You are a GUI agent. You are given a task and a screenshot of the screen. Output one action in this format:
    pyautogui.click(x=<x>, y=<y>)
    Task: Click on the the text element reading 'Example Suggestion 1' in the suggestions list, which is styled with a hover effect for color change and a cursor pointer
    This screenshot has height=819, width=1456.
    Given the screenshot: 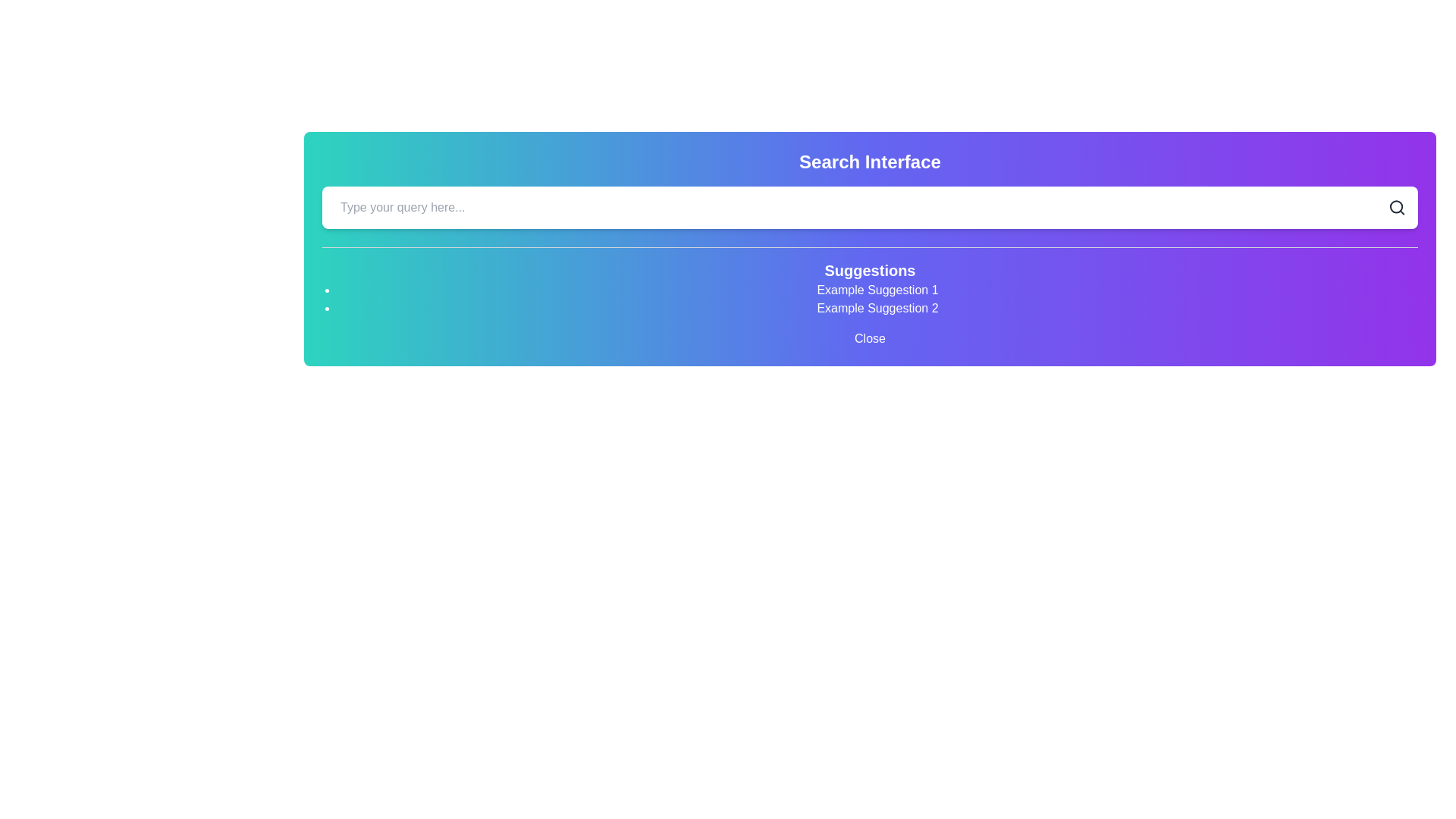 What is the action you would take?
    pyautogui.click(x=877, y=290)
    